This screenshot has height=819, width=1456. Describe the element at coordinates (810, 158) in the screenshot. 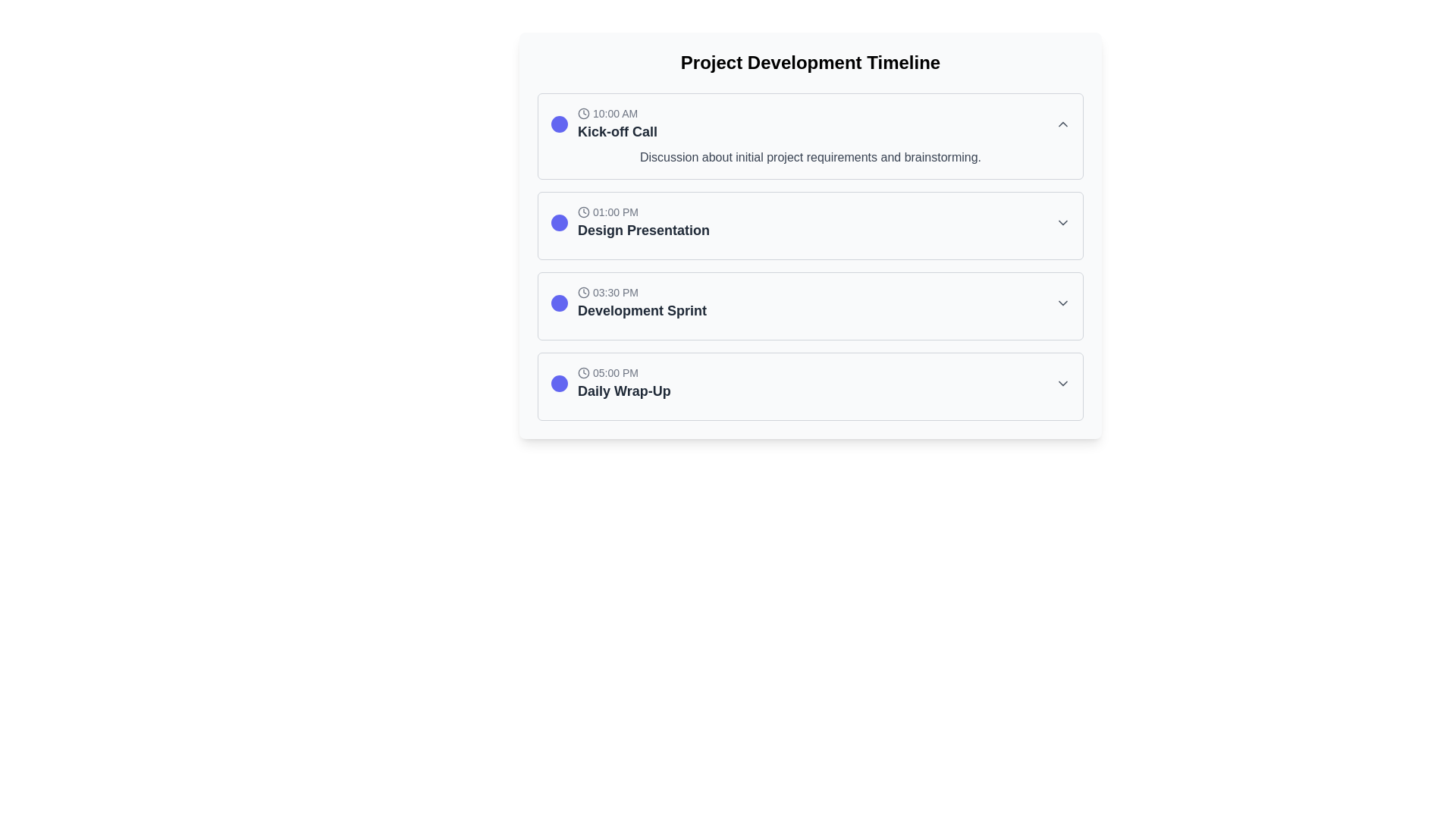

I see `the text label that reads 'Discussion about initial project requirements and brainstorming.' located under the title 'Kick-off Call' and the time '10:00 AM' in the first timeline entry` at that location.